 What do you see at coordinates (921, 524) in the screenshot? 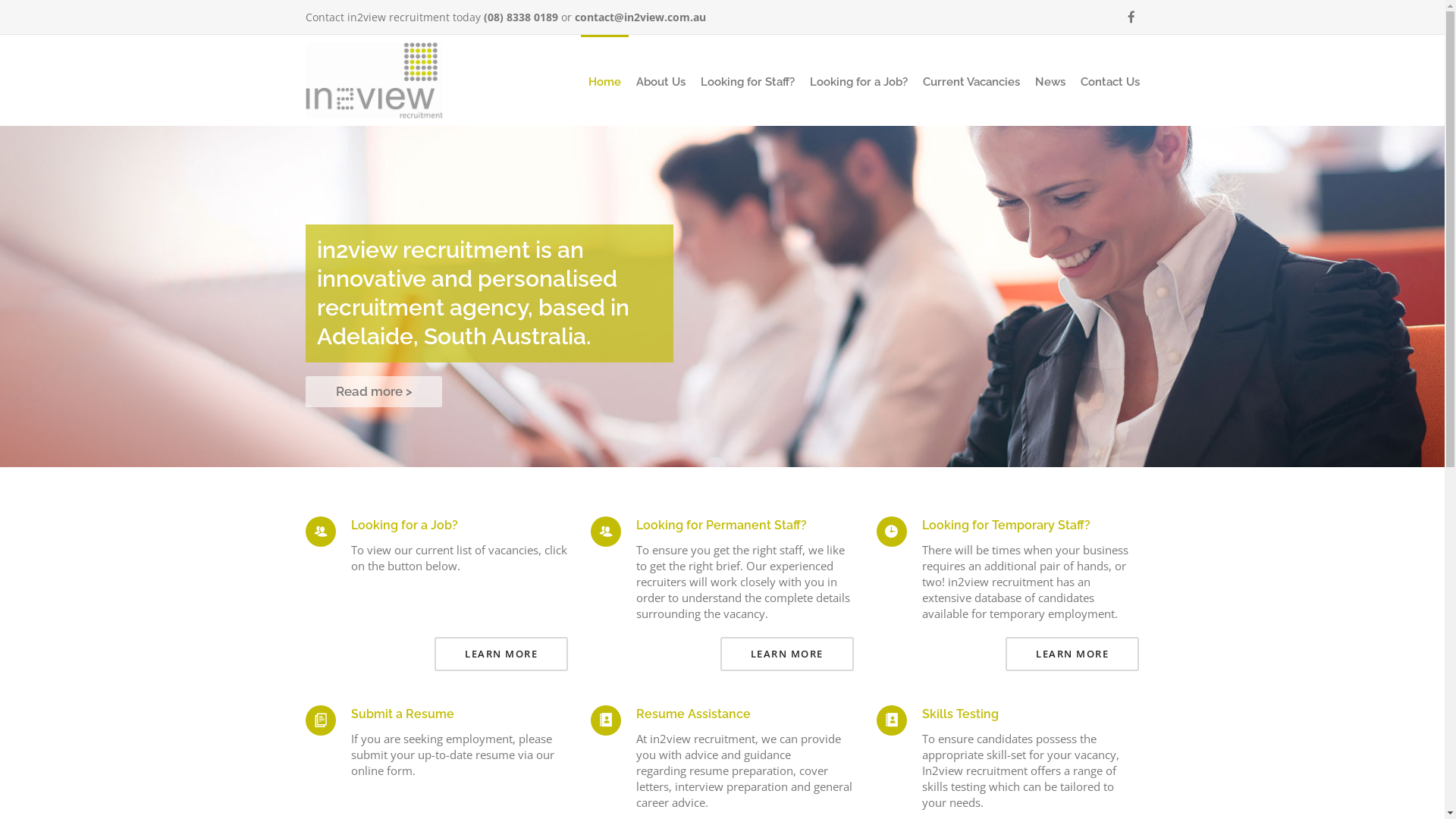
I see `'Looking for Temporary Staff?'` at bounding box center [921, 524].